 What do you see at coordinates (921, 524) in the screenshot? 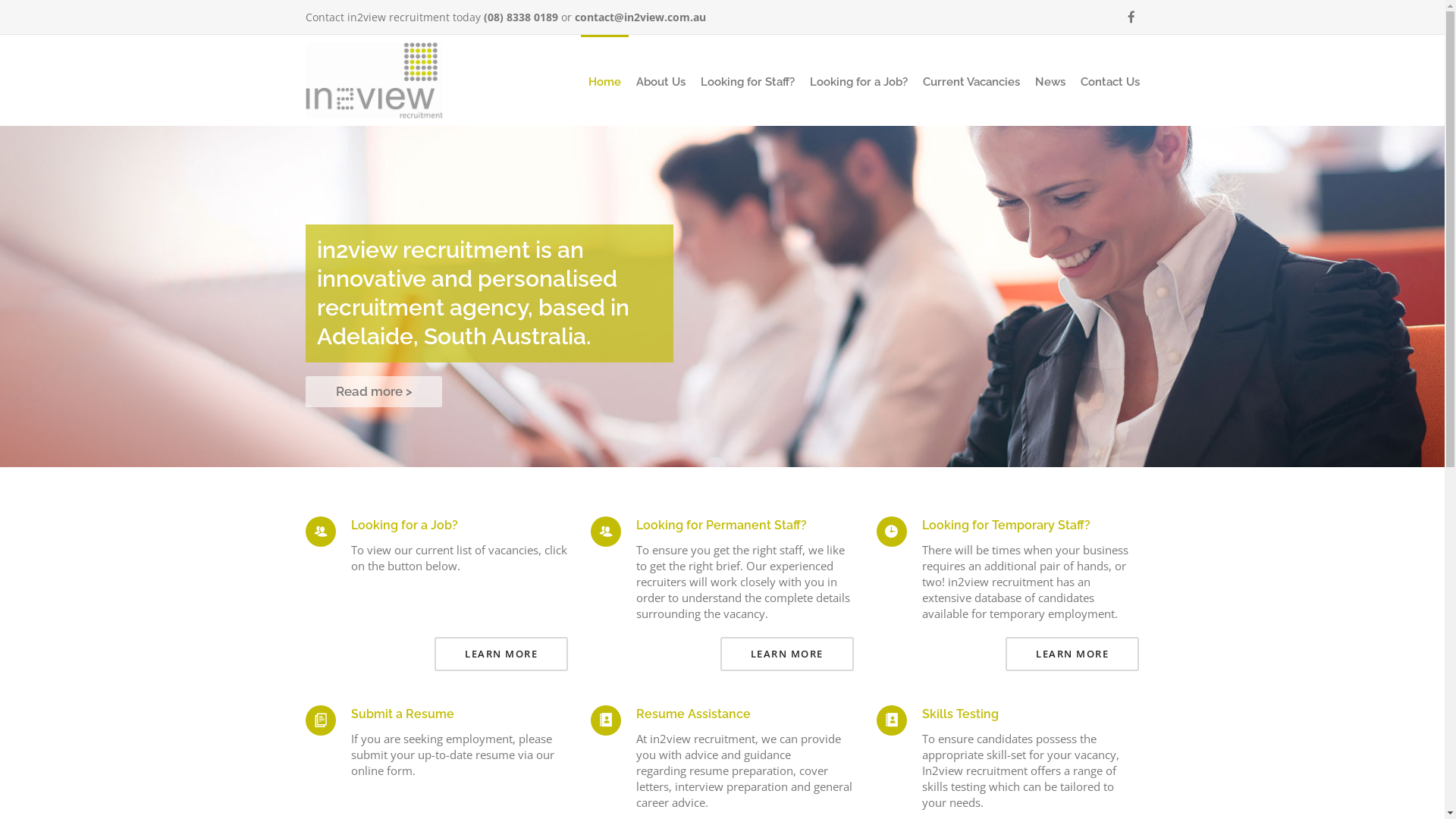
I see `'Looking for Temporary Staff?'` at bounding box center [921, 524].